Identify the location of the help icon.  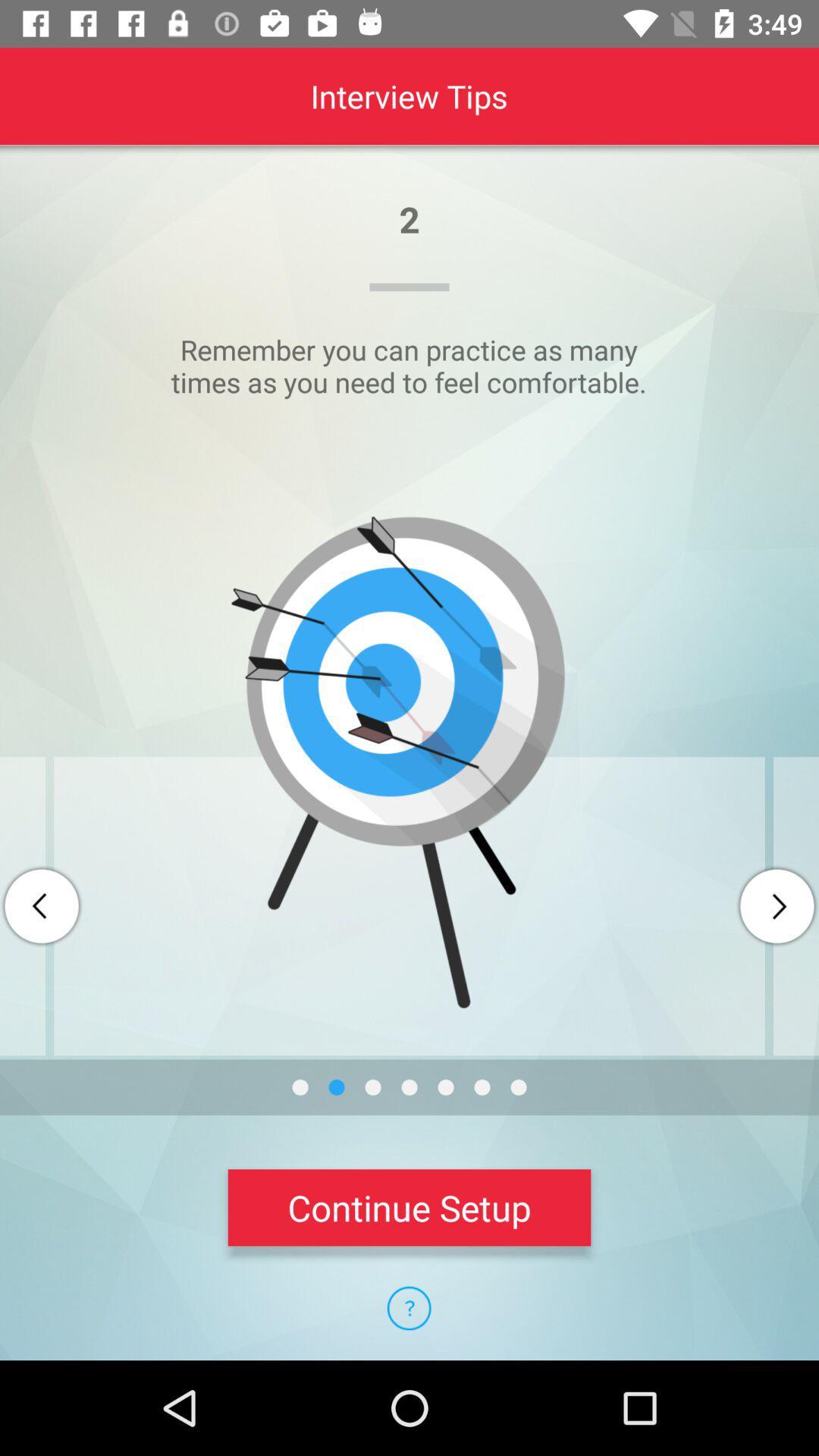
(408, 1307).